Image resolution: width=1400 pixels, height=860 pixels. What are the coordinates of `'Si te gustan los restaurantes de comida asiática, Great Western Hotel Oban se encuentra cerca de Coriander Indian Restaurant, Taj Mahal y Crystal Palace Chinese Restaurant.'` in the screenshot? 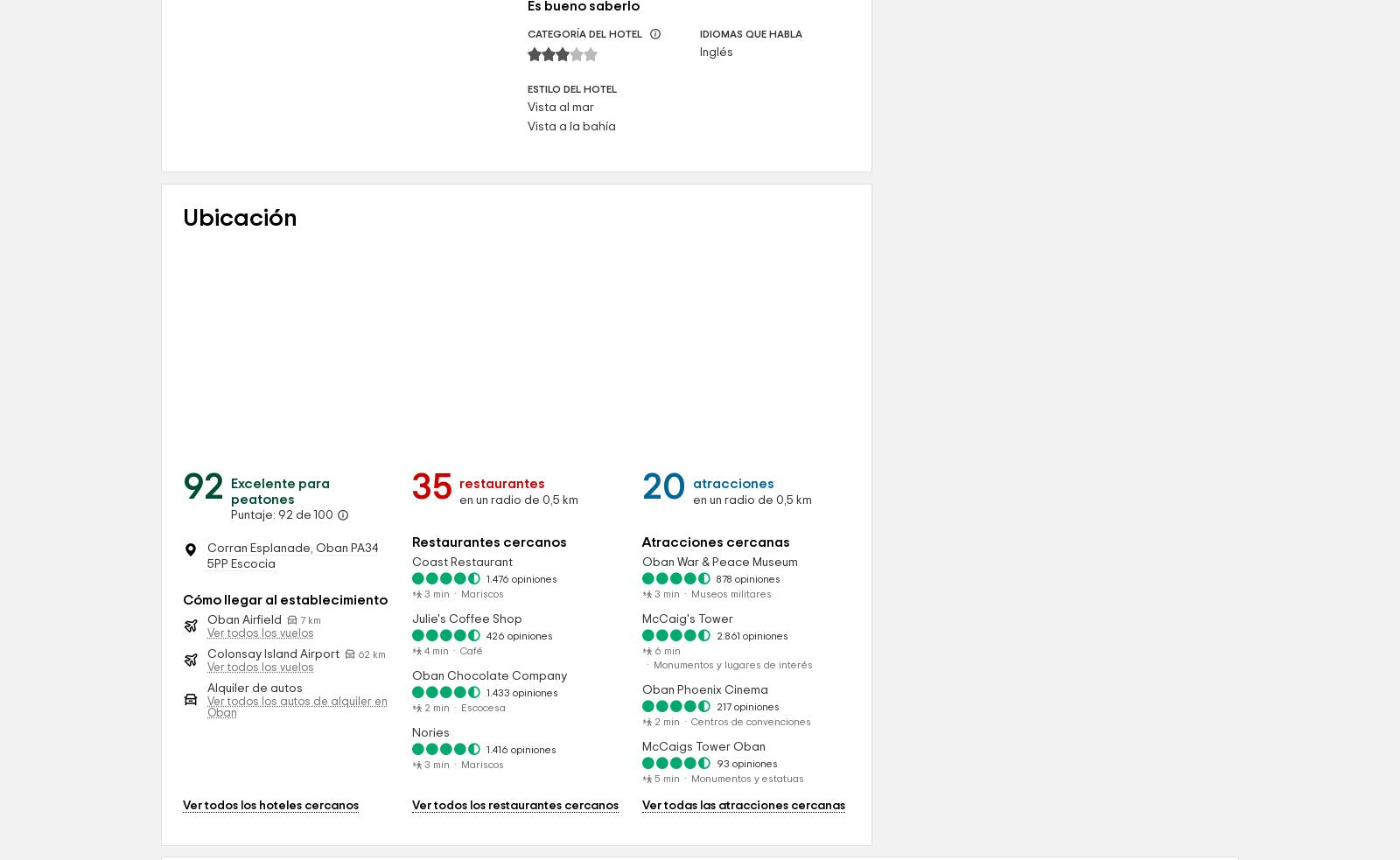 It's located at (341, 241).